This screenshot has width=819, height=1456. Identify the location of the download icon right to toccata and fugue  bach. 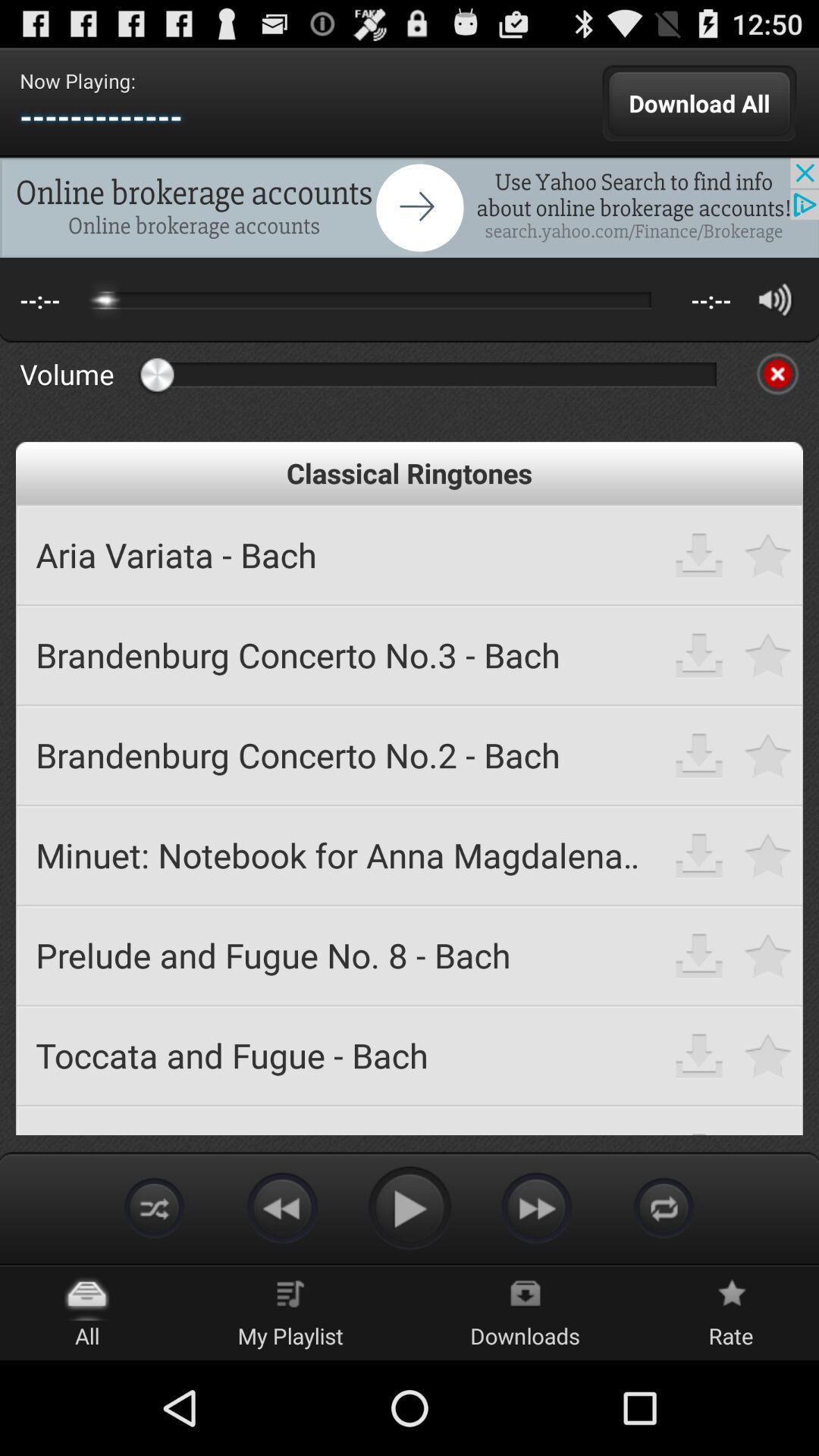
(699, 1054).